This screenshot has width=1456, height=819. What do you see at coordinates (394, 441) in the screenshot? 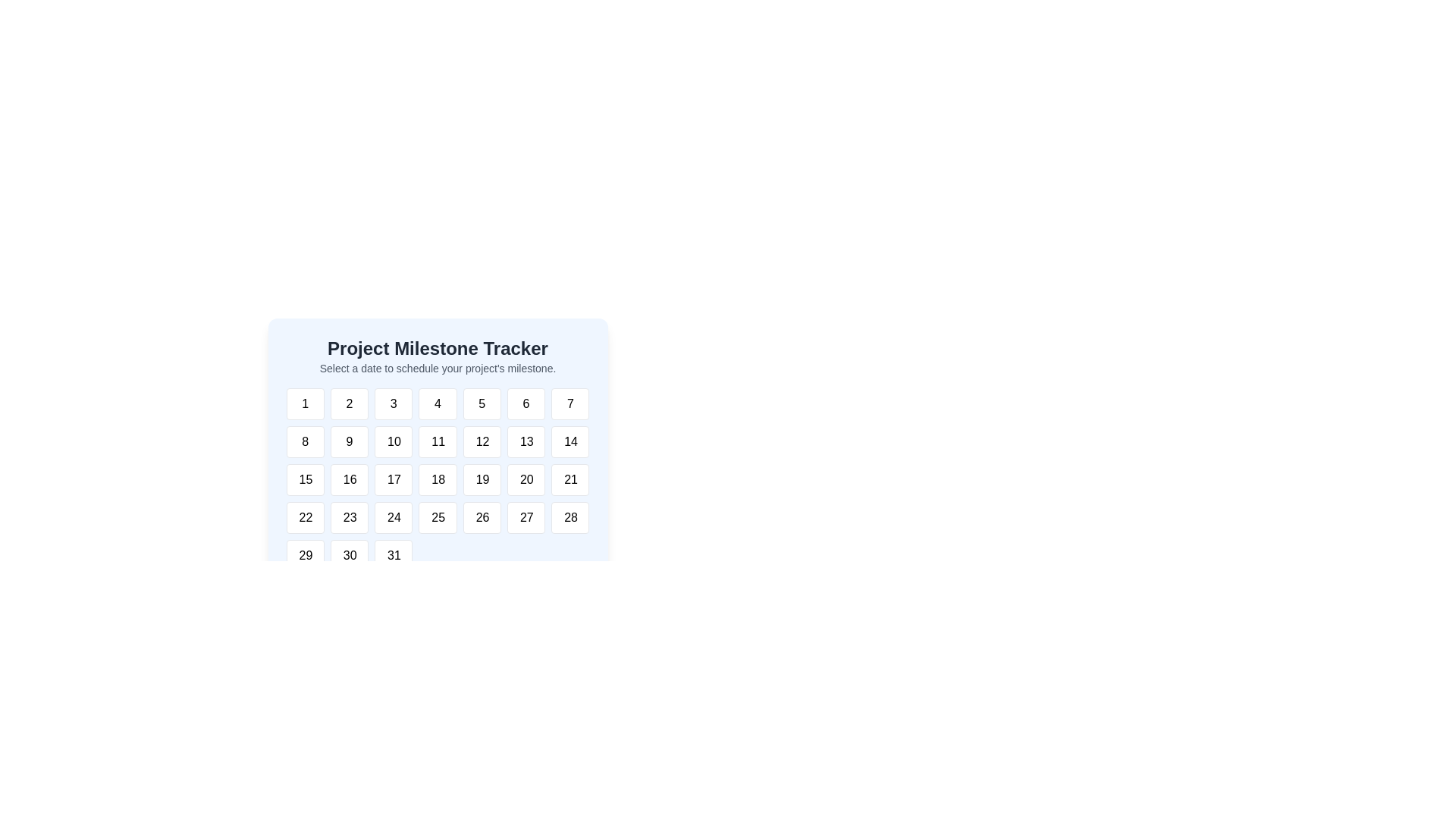
I see `the button that allows the user` at bounding box center [394, 441].